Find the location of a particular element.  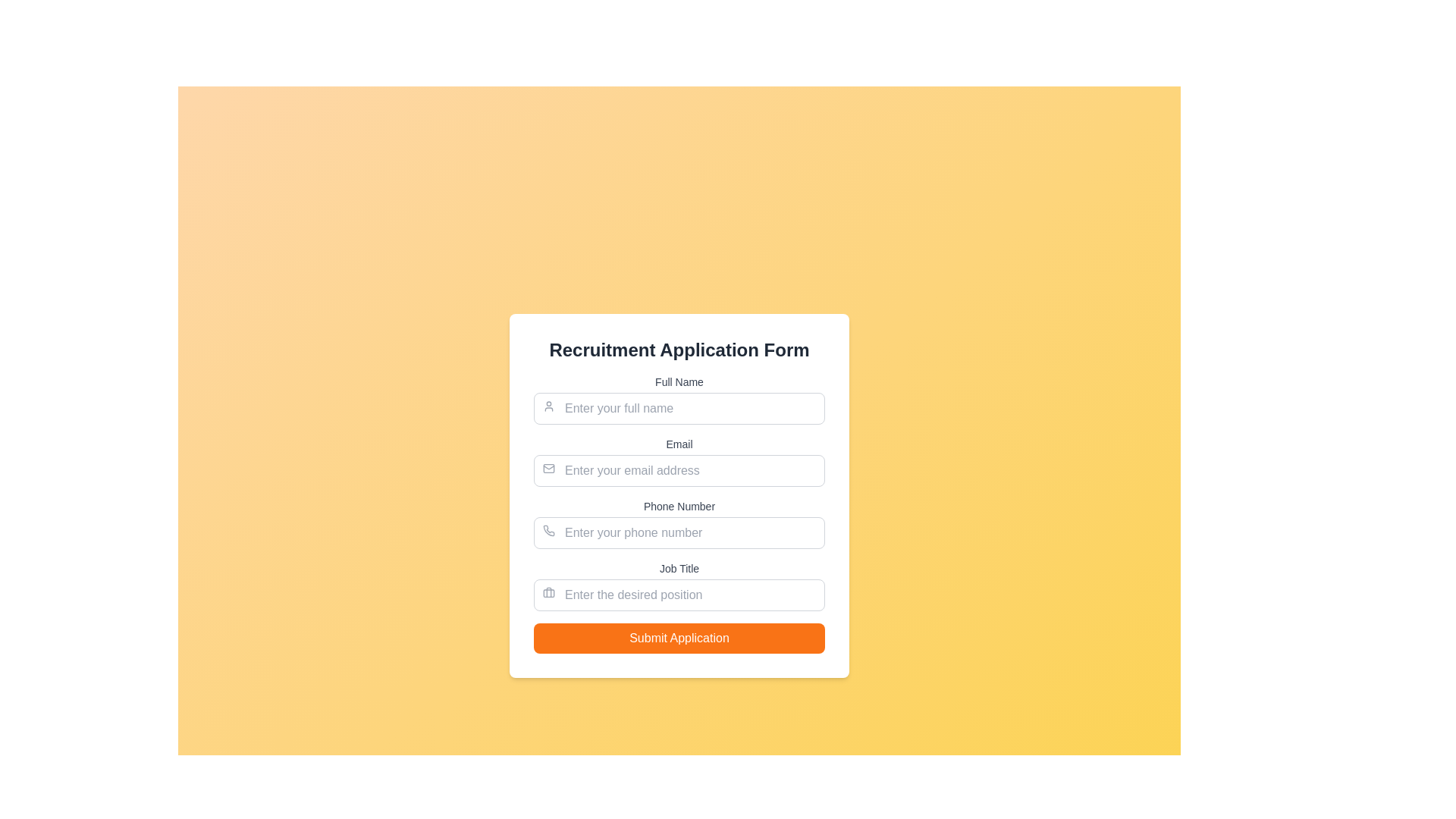

the 'Full Name' text label, which is a small, gray-colored font situated above the input field for entering names is located at coordinates (679, 381).